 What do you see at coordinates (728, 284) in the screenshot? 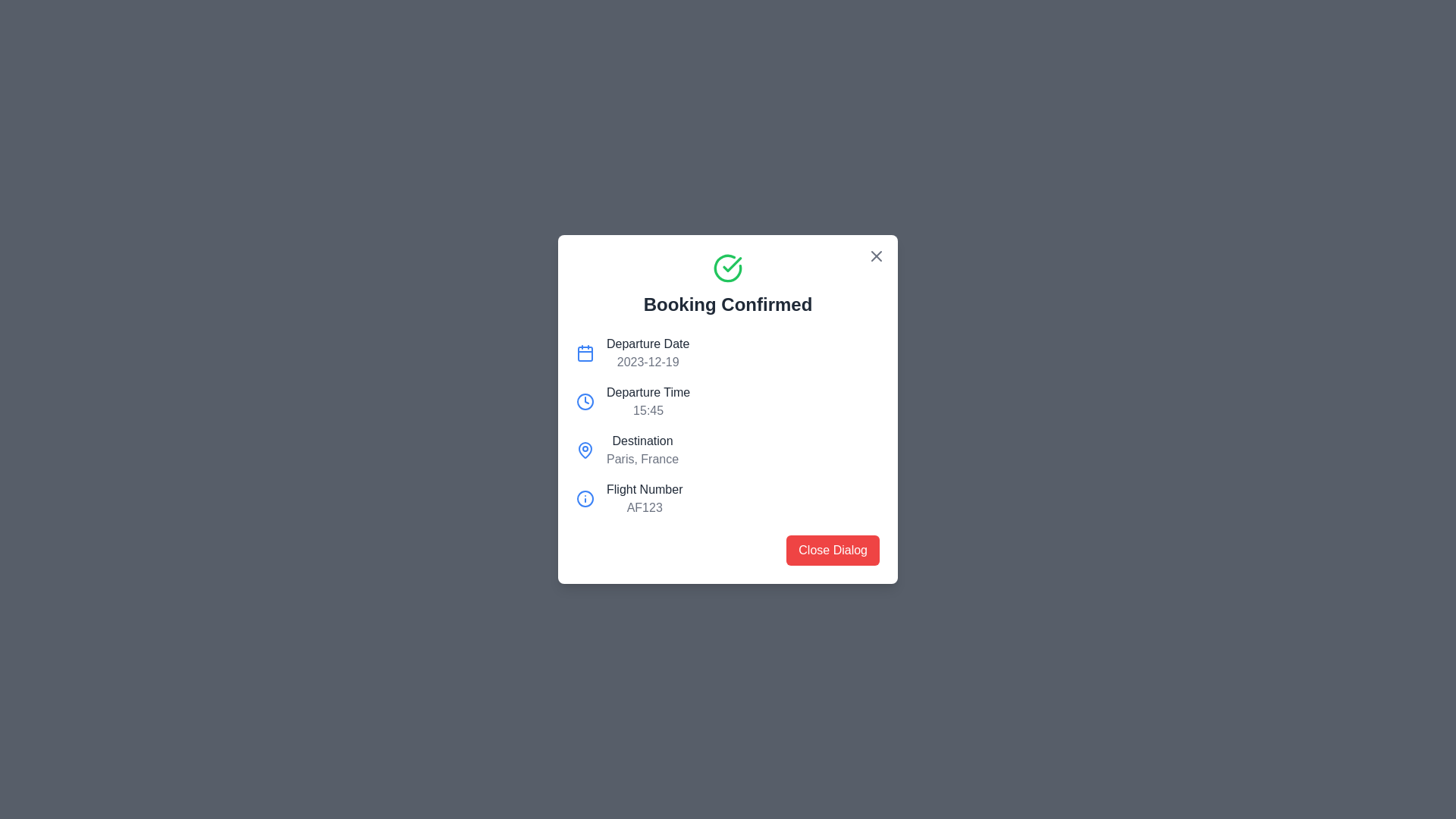
I see `the notification header displaying 'Booking Confirmed' with a green checkmark icon, located at the top-center of the modal dialog` at bounding box center [728, 284].